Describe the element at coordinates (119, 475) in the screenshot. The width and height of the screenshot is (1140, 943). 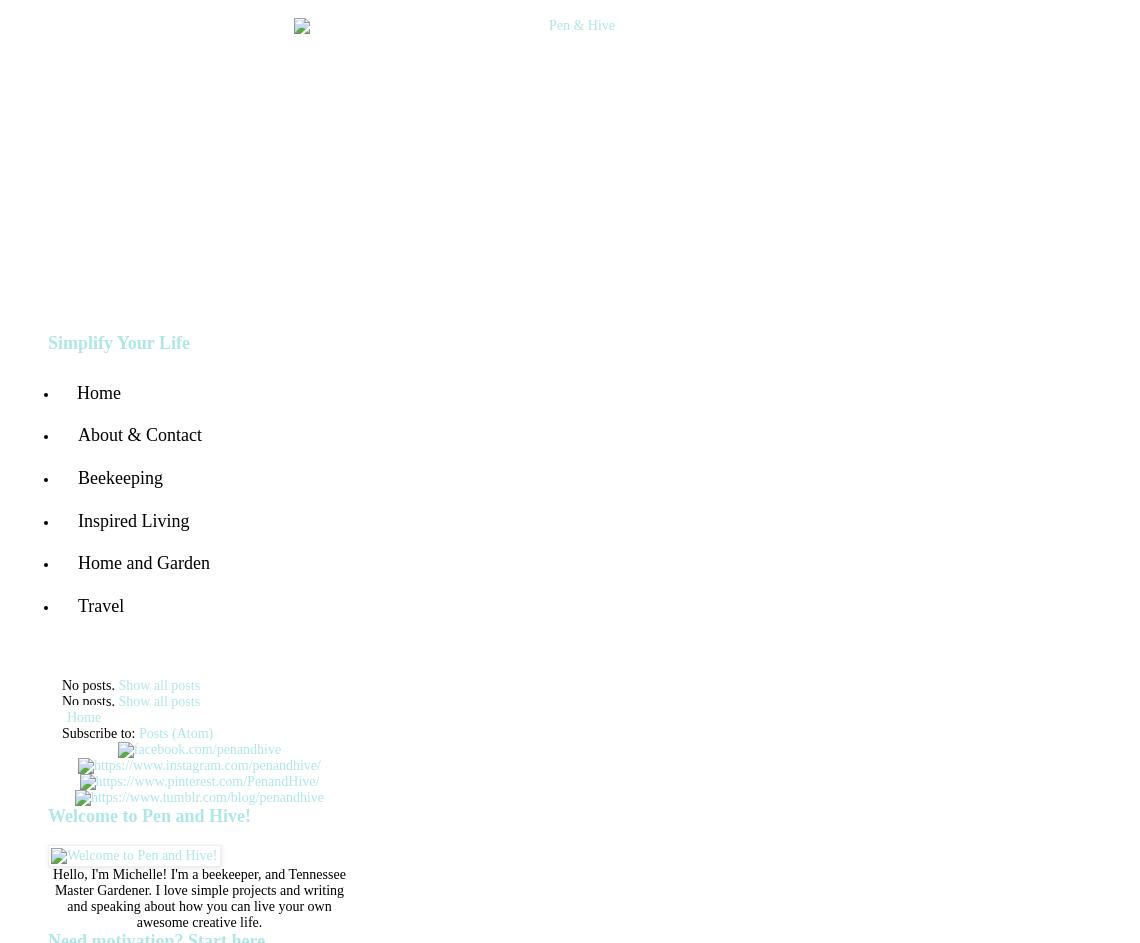
I see `'Beekeeping'` at that location.